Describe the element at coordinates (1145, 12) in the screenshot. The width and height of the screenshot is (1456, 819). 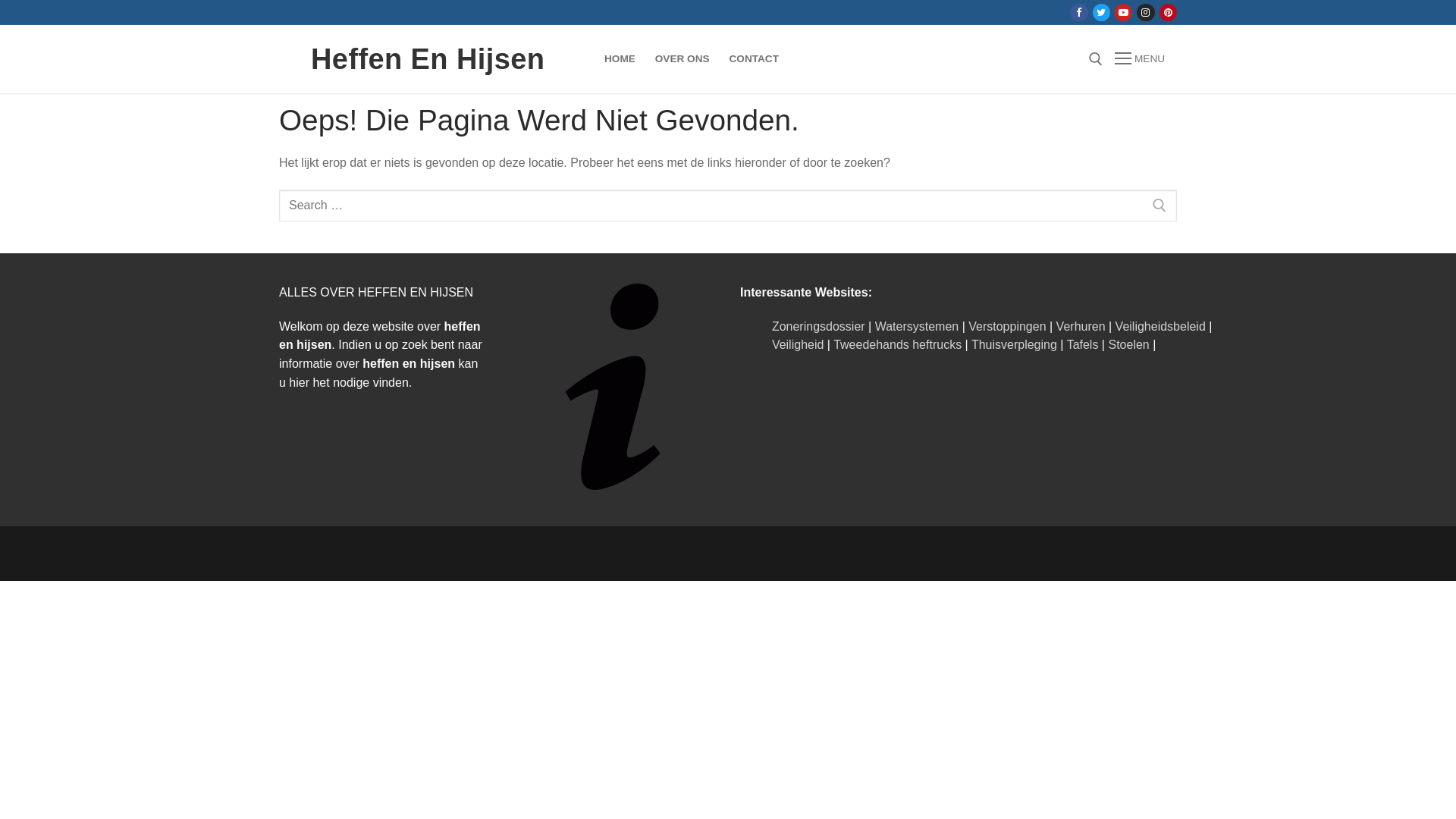
I see `'Instagram'` at that location.